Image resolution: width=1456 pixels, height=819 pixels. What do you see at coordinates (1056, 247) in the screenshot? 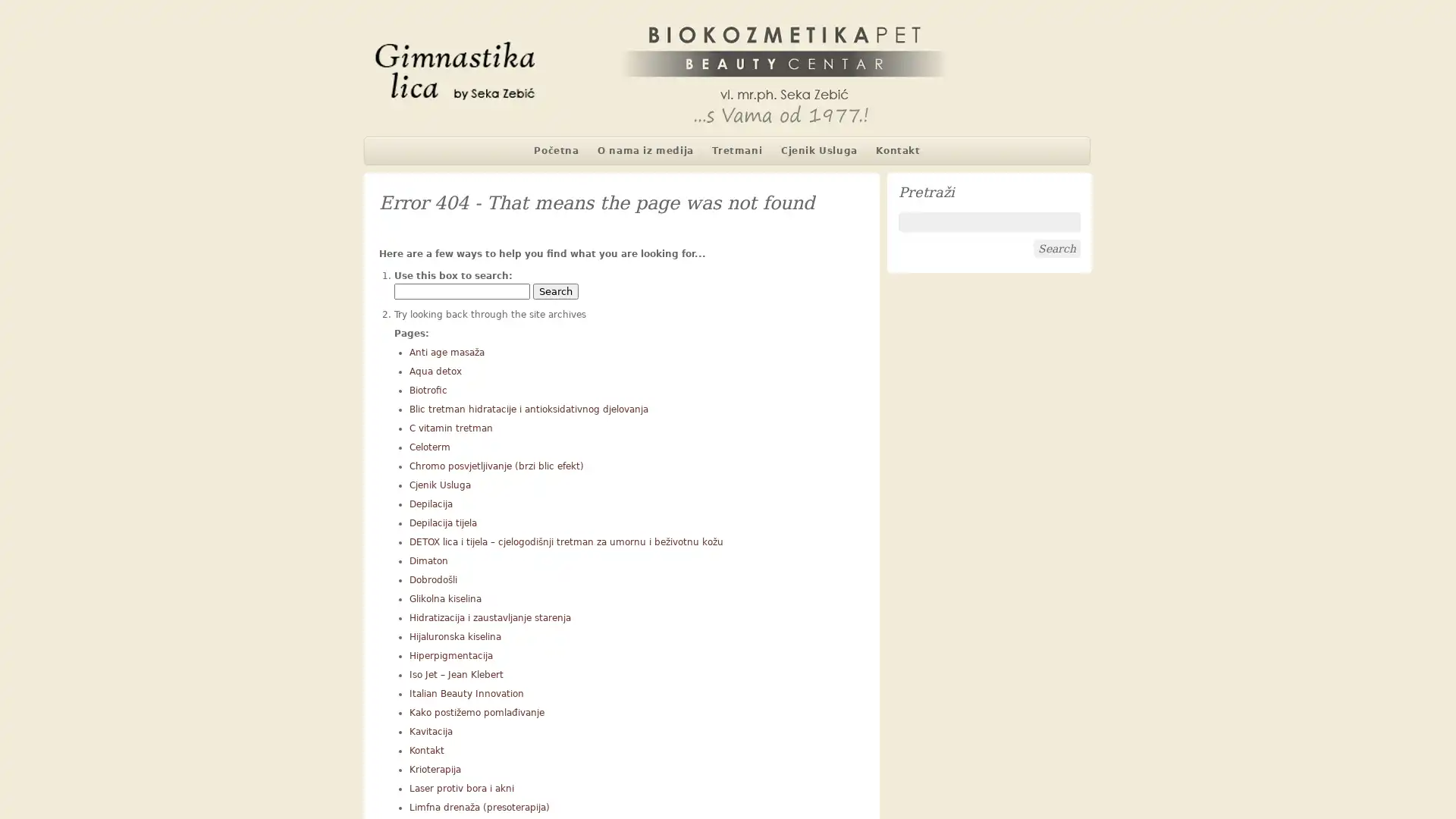
I see `Search` at bounding box center [1056, 247].